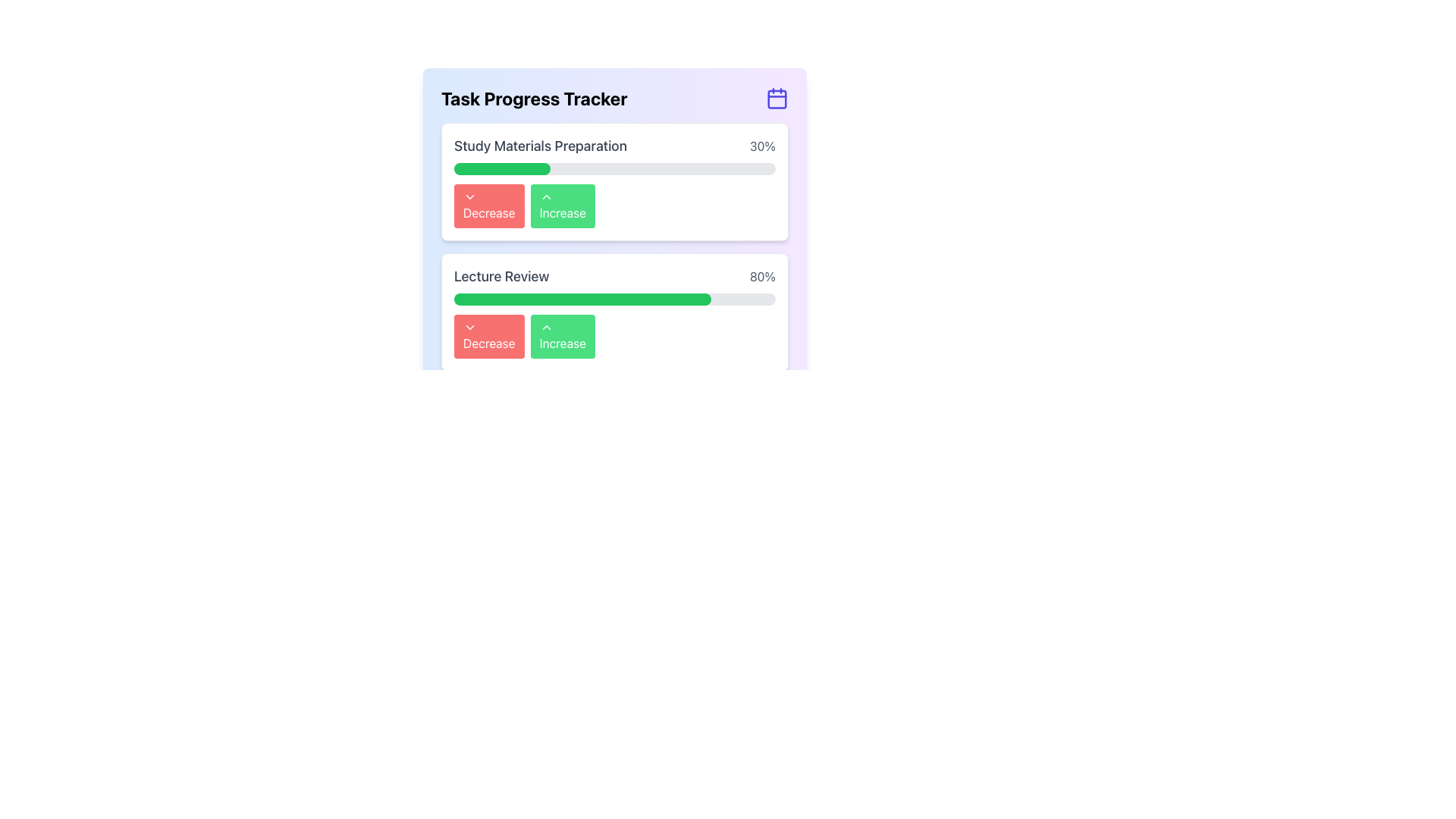 The height and width of the screenshot is (819, 1456). What do you see at coordinates (615, 146) in the screenshot?
I see `the Text Label indicating progress for 'Study Materials Preparation', which is located in the upper section of the task tracking card` at bounding box center [615, 146].